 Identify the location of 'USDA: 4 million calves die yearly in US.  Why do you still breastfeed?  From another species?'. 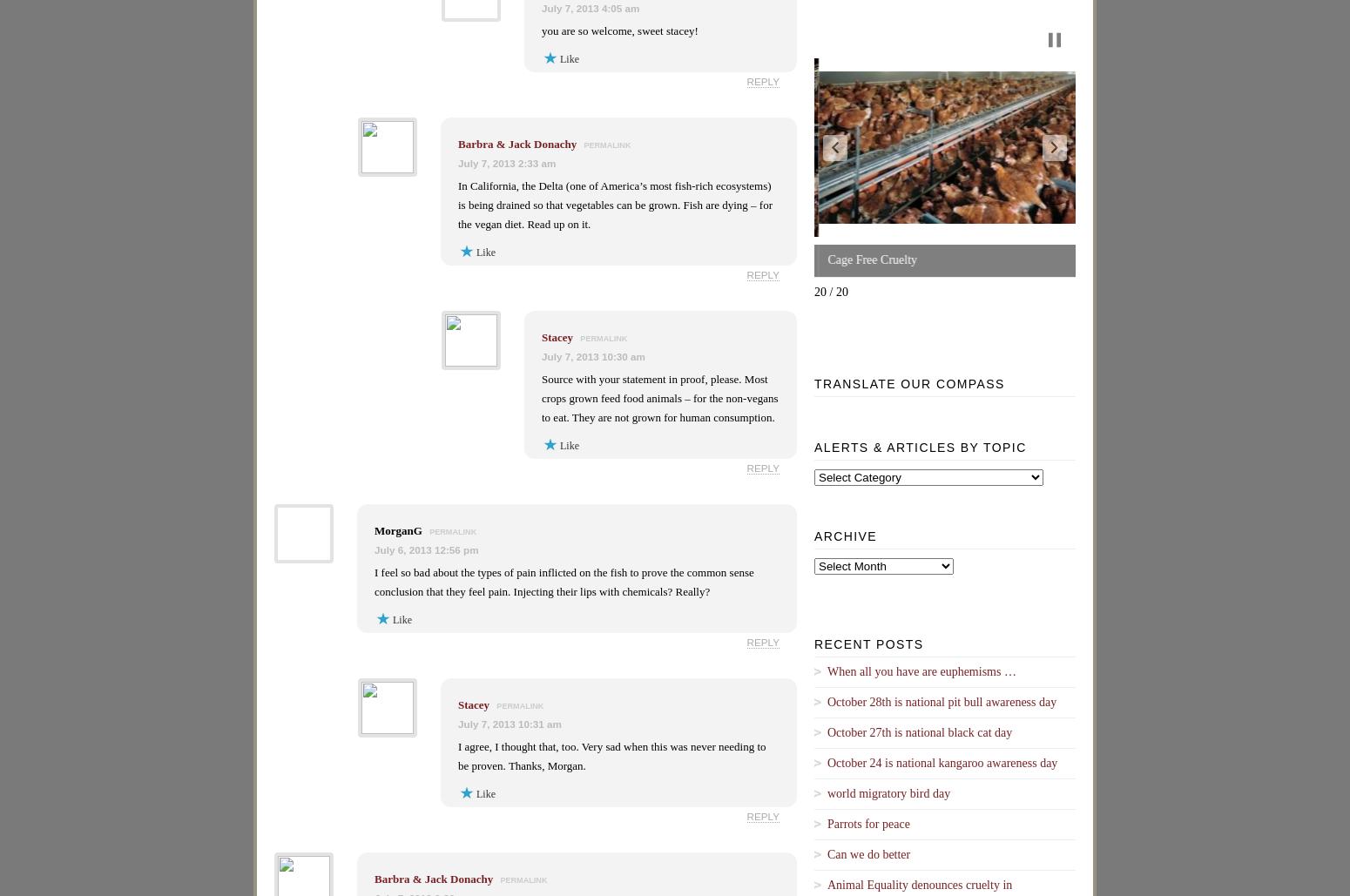
(1199, 252).